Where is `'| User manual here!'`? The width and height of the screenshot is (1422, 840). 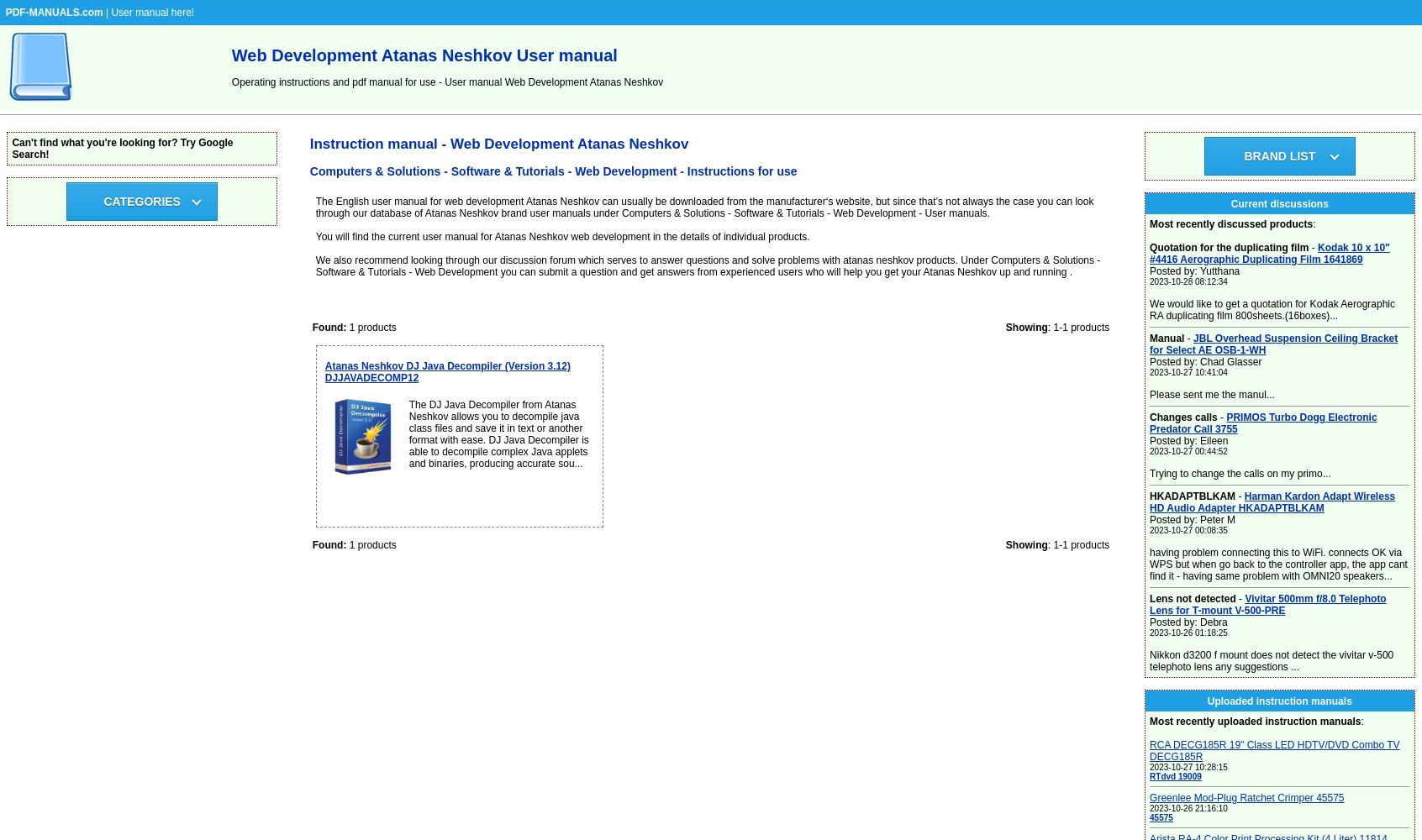
'| User manual here!' is located at coordinates (147, 13).